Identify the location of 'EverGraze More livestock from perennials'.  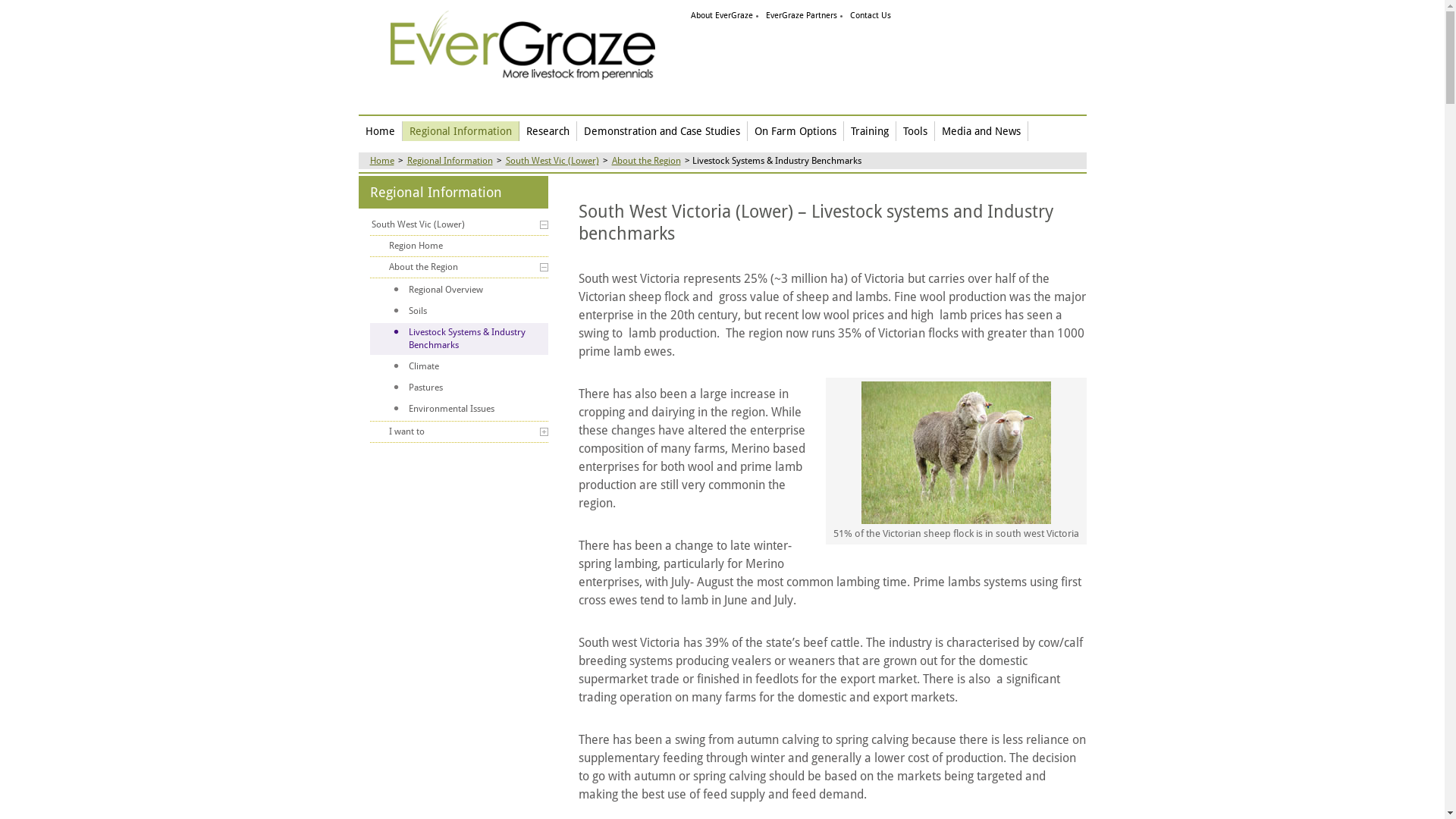
(522, 44).